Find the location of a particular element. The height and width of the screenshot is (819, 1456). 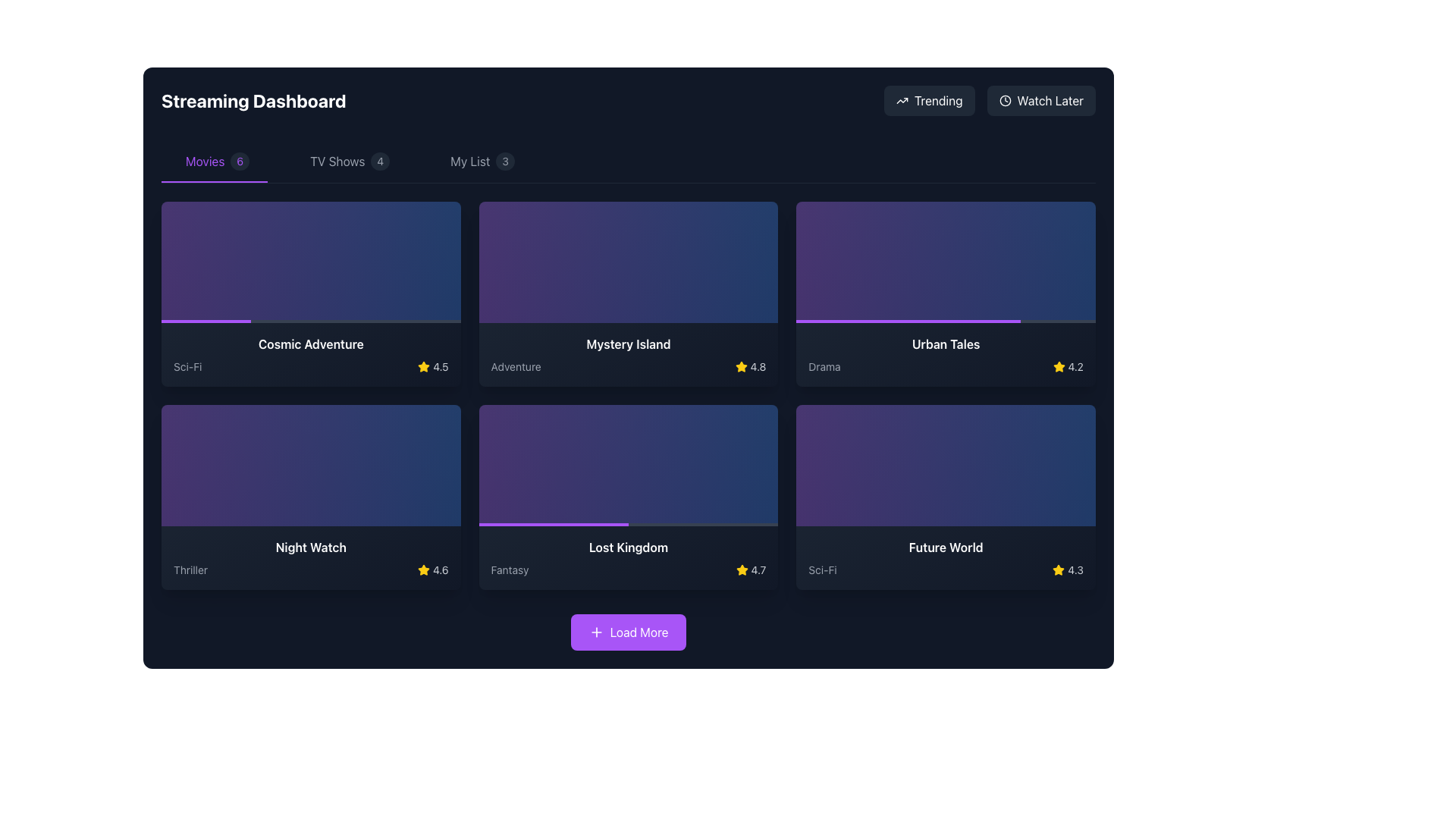

the decorative area in the top section of the 'Urban Tales' card located in the rightmost column of the first row is located at coordinates (945, 262).